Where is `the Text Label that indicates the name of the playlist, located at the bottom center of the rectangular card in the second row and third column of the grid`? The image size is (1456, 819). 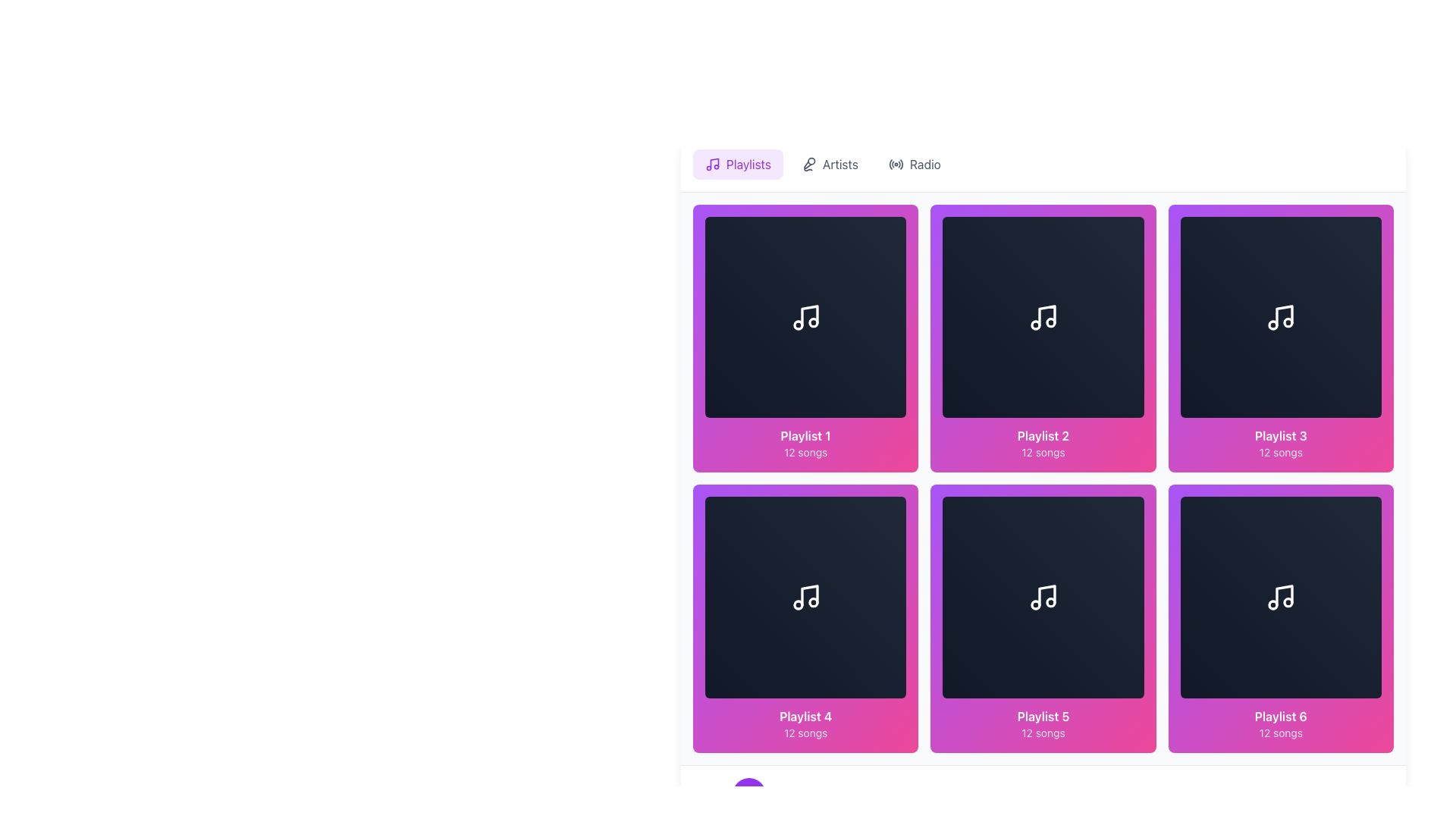
the Text Label that indicates the name of the playlist, located at the bottom center of the rectangular card in the second row and third column of the grid is located at coordinates (1280, 716).